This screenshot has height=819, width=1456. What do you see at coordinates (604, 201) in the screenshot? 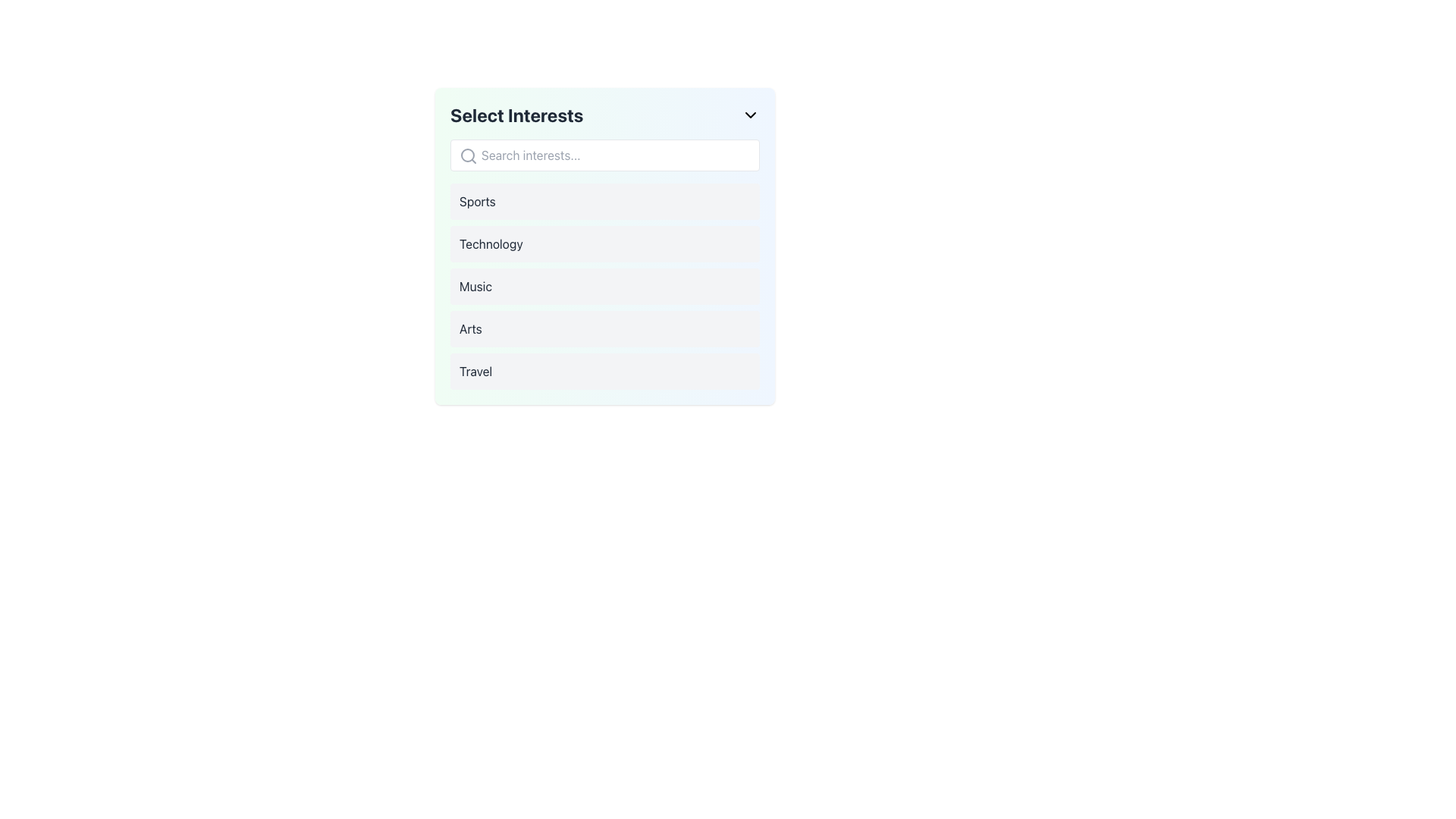
I see `the 'Sports' button, which is the first item in the vertical list of categories under the 'Select Interests' section` at bounding box center [604, 201].